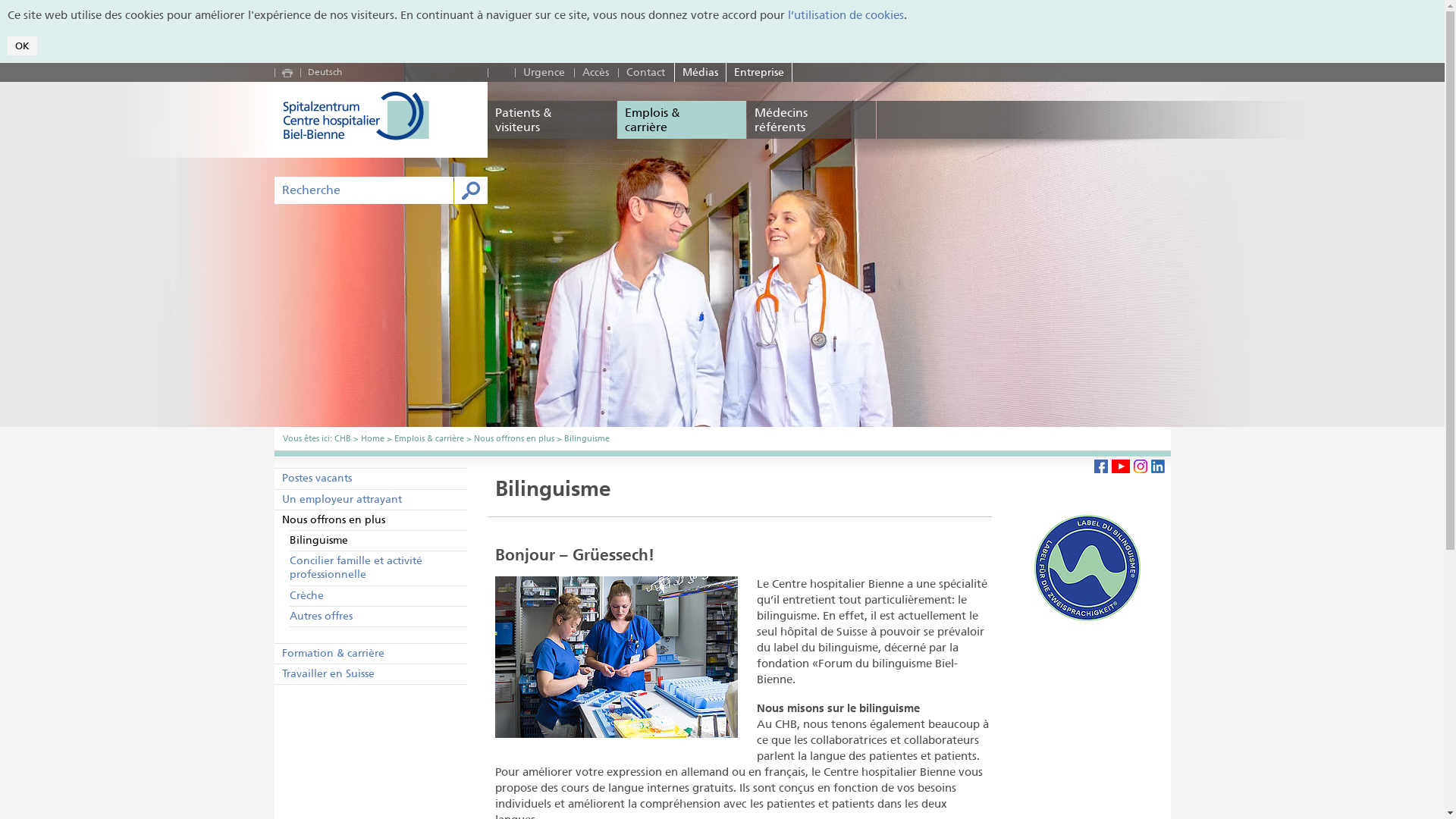  I want to click on 'Entreprise', so click(726, 72).